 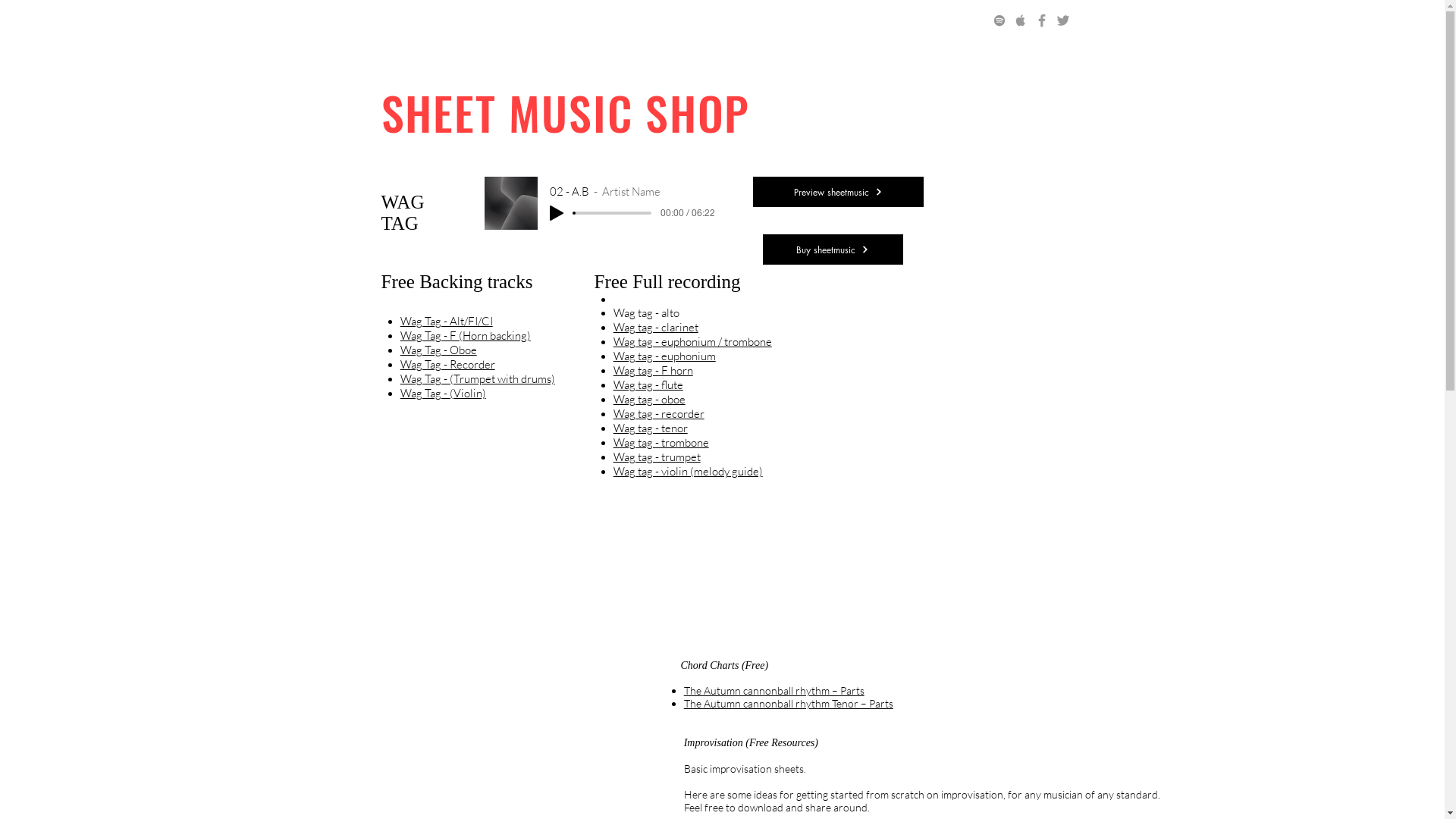 What do you see at coordinates (388, 22) in the screenshot?
I see `'HOME'` at bounding box center [388, 22].